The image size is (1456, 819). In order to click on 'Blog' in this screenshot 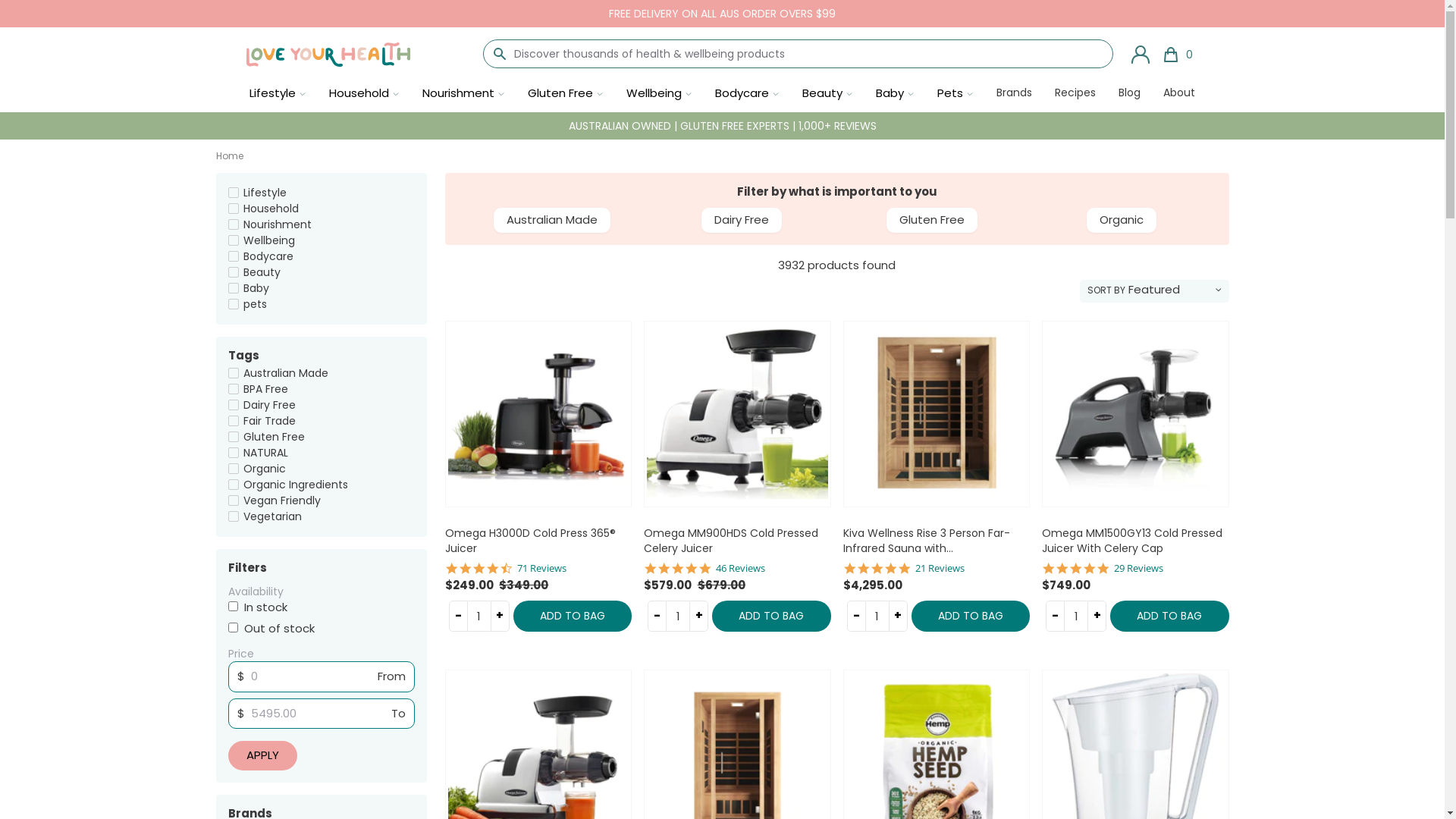, I will do `click(1129, 93)`.